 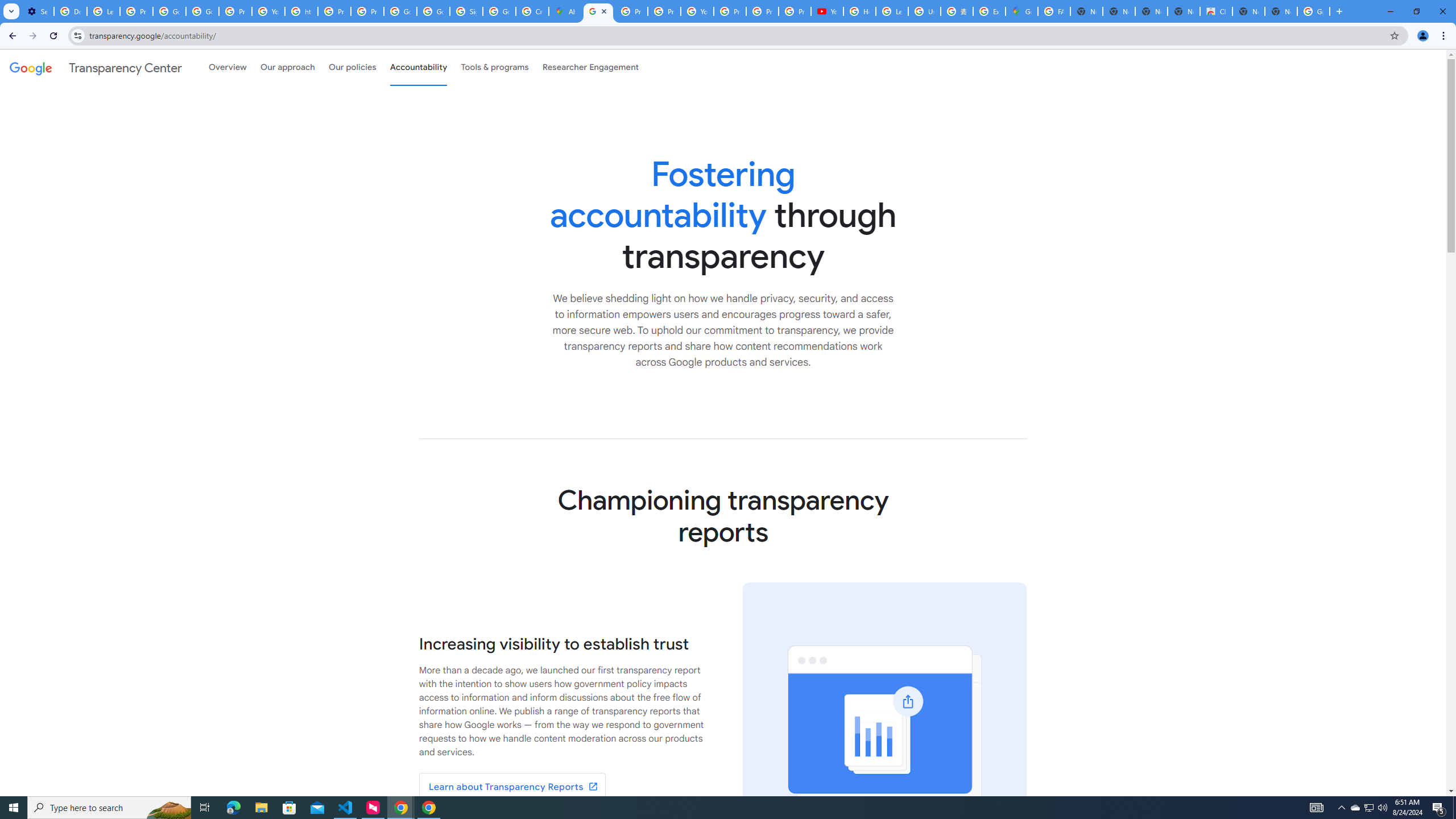 I want to click on 'Create your Google Account', so click(x=531, y=11).